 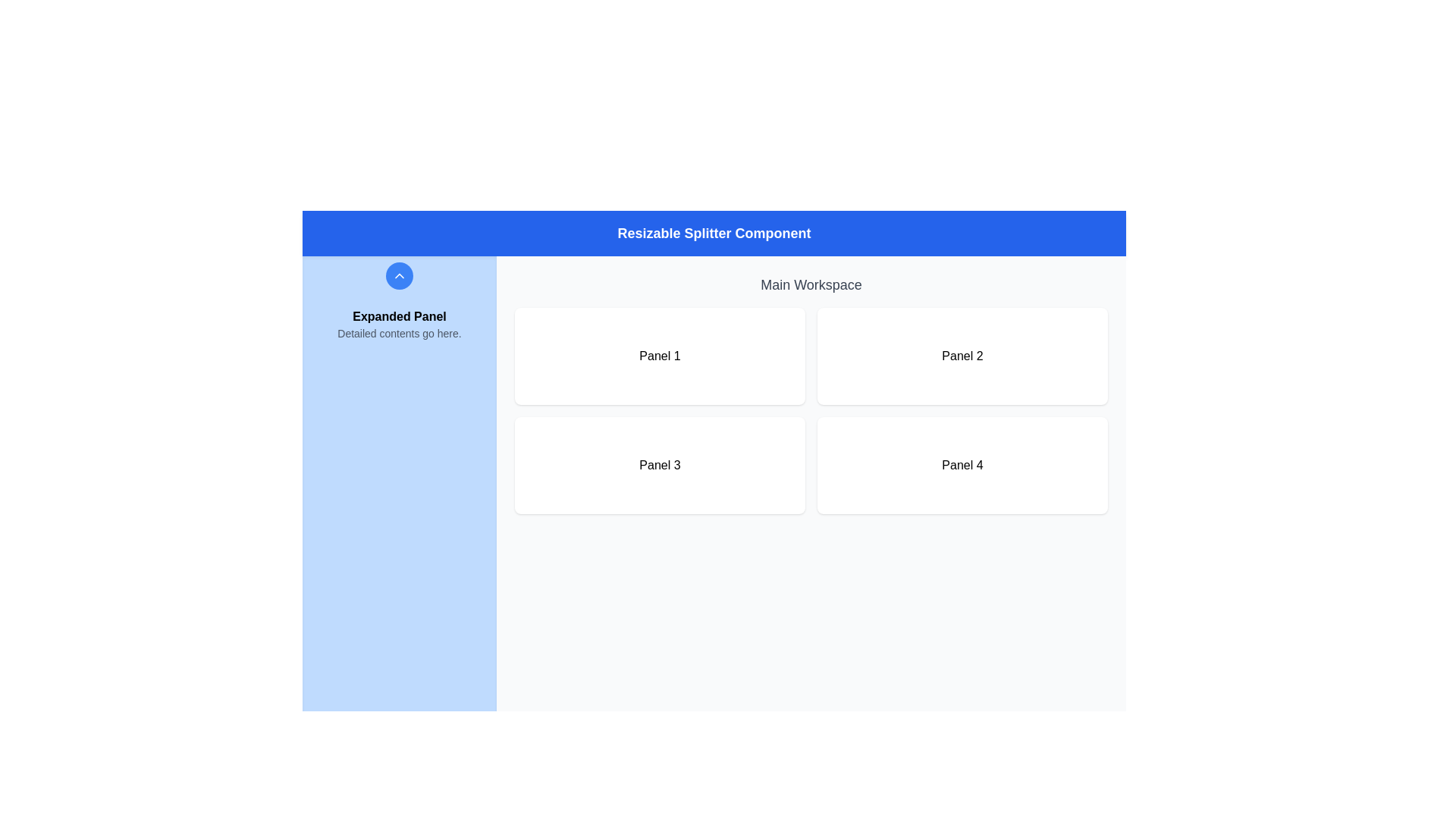 What do you see at coordinates (660, 464) in the screenshot?
I see `the rectangular panel with a white background and centered text reading 'Panel 3'` at bounding box center [660, 464].